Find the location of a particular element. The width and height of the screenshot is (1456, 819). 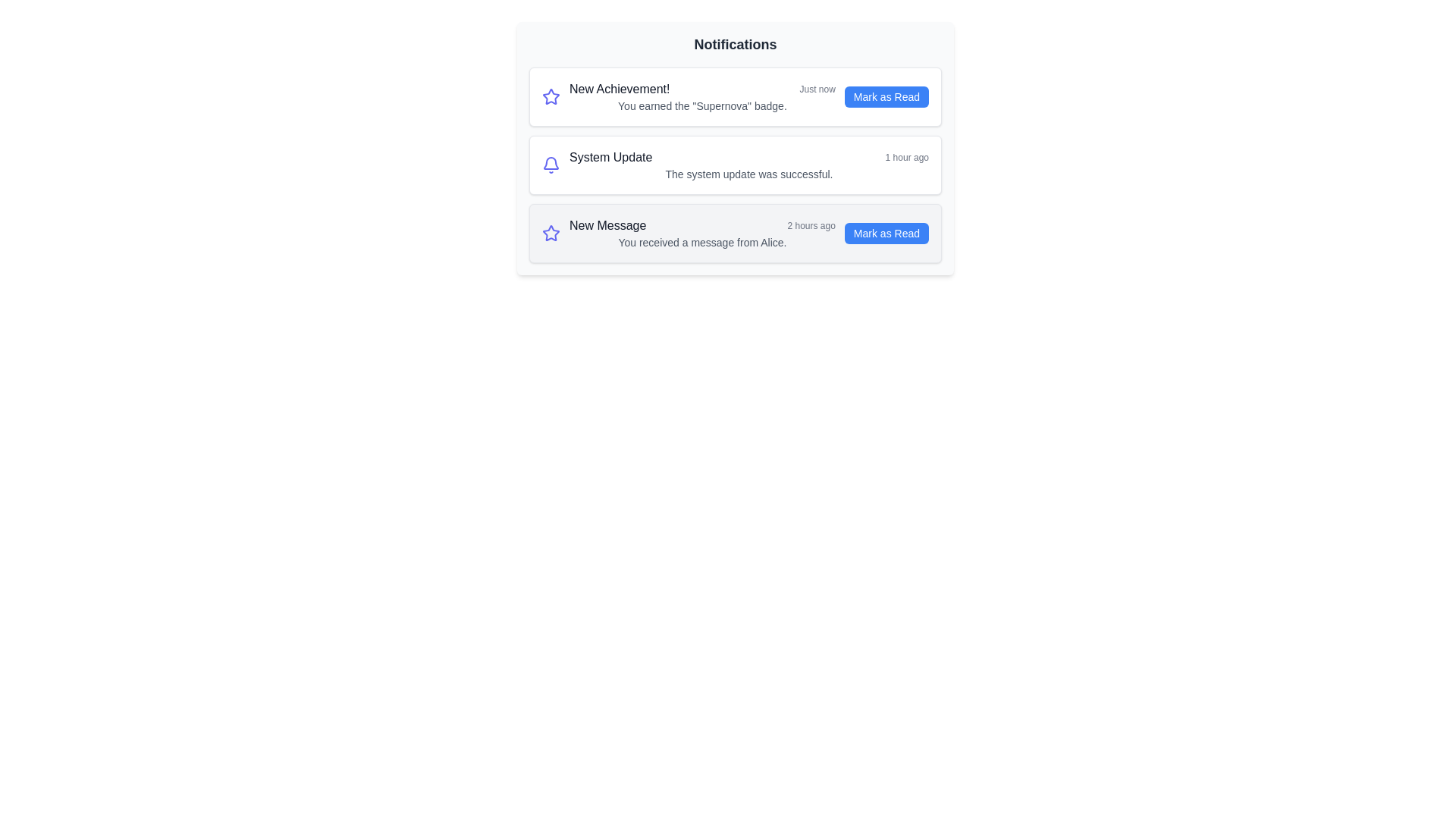

the text element displaying 'The system update was successful.' which is located below the bold heading 'System Update' in the second notification item is located at coordinates (749, 174).